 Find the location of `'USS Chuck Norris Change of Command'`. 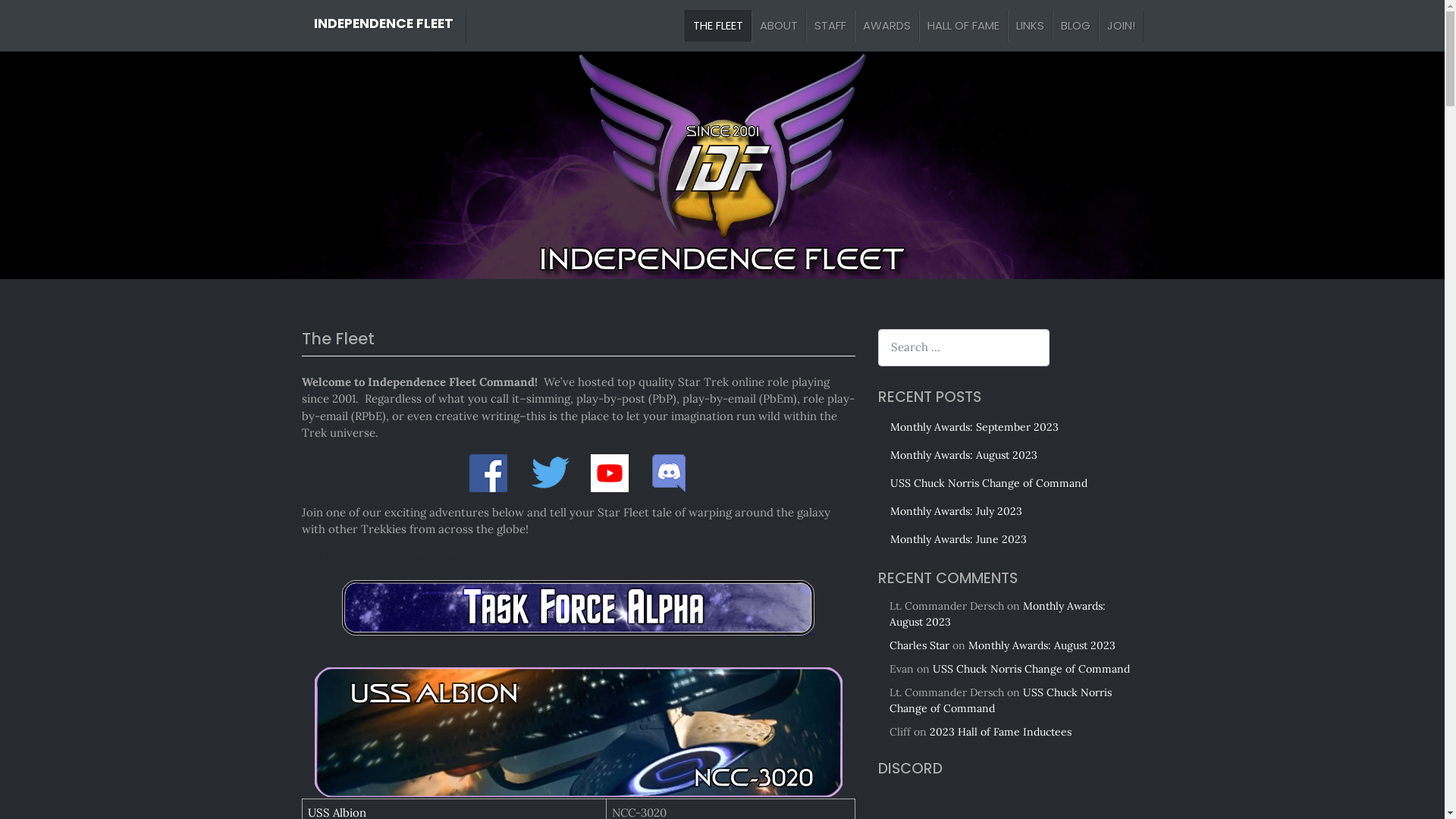

'USS Chuck Norris Change of Command' is located at coordinates (1011, 483).